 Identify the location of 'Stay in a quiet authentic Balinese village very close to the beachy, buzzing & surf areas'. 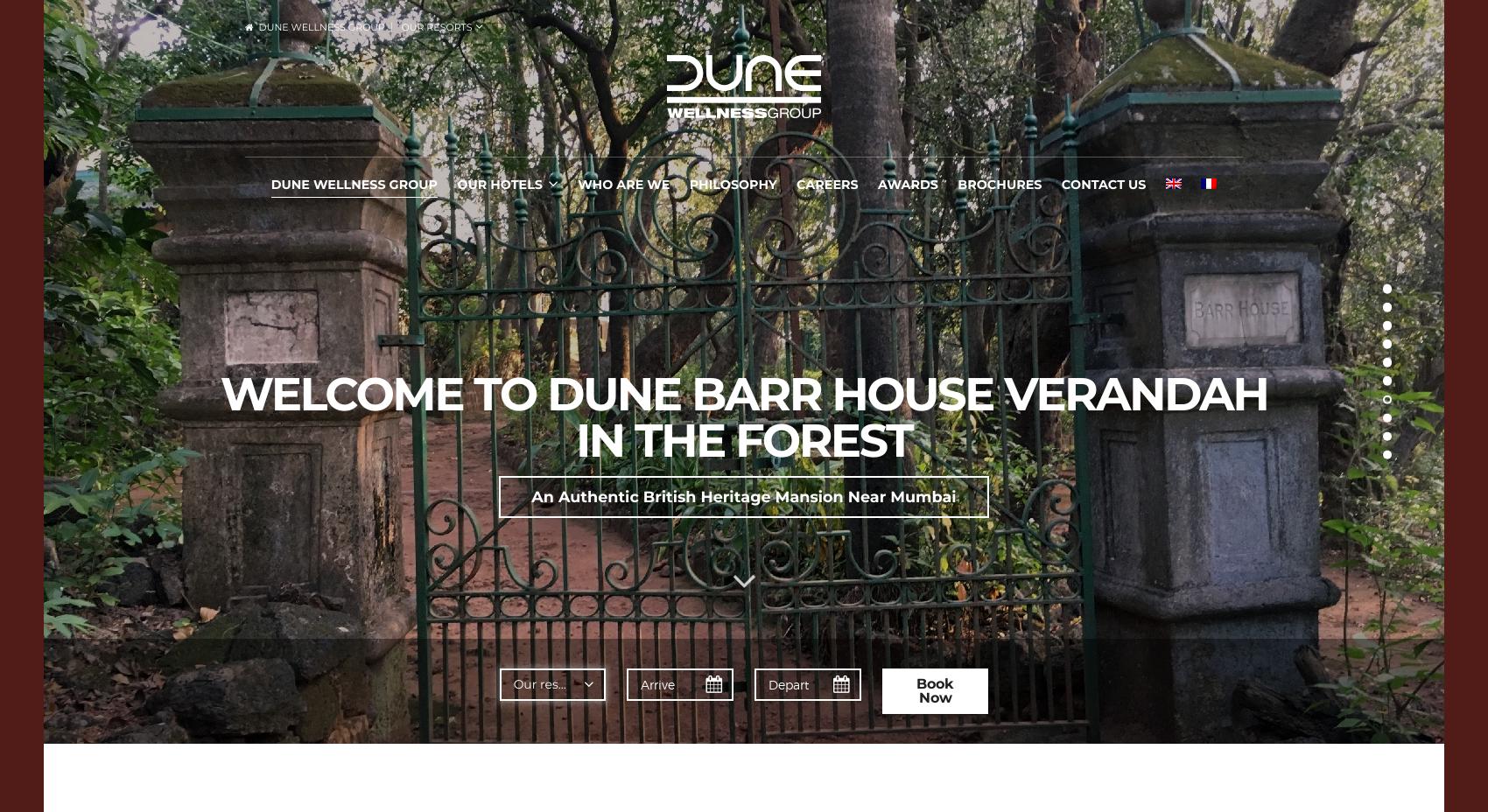
(742, 558).